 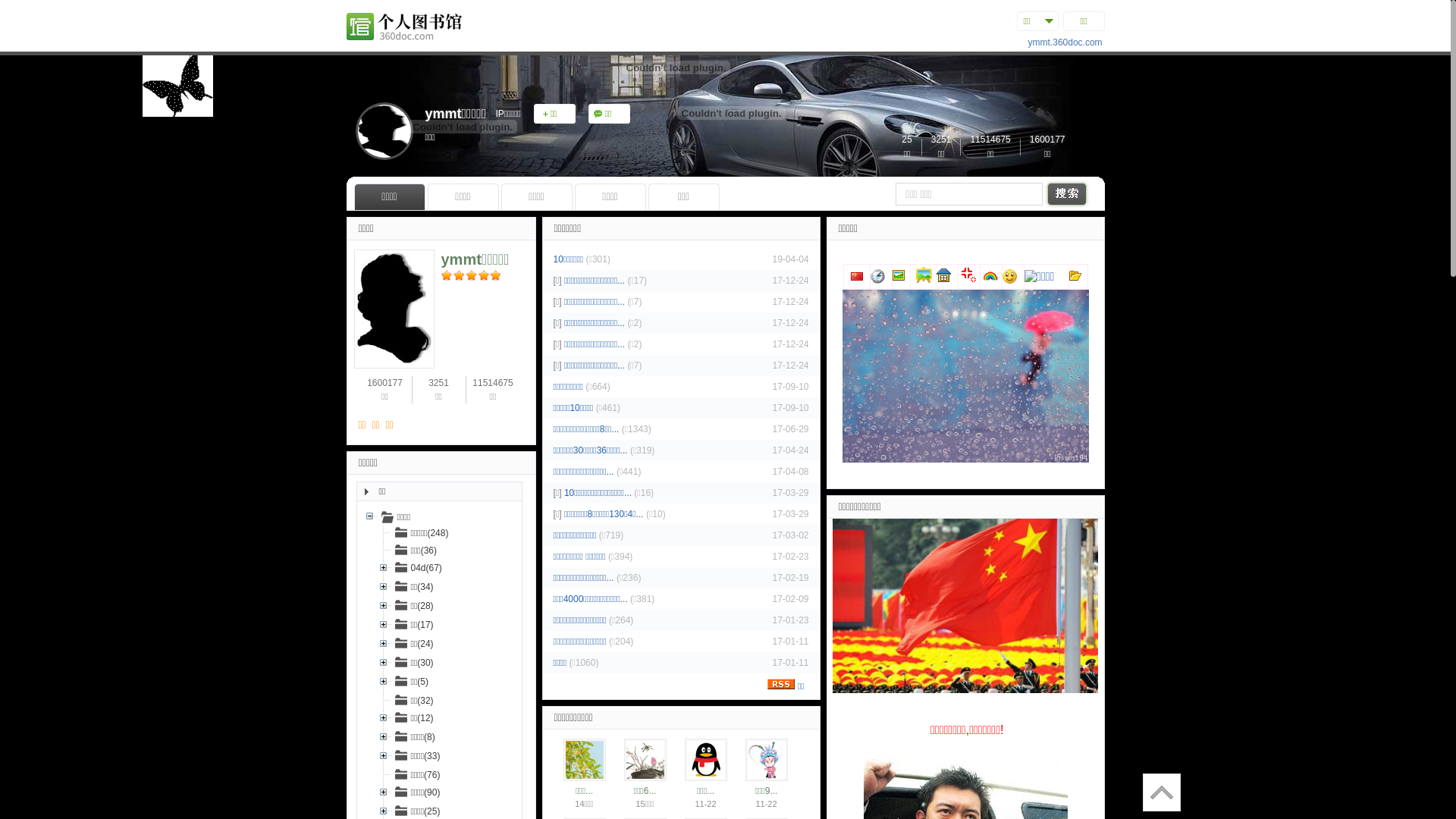 I want to click on '04d(67)', so click(x=419, y=567).